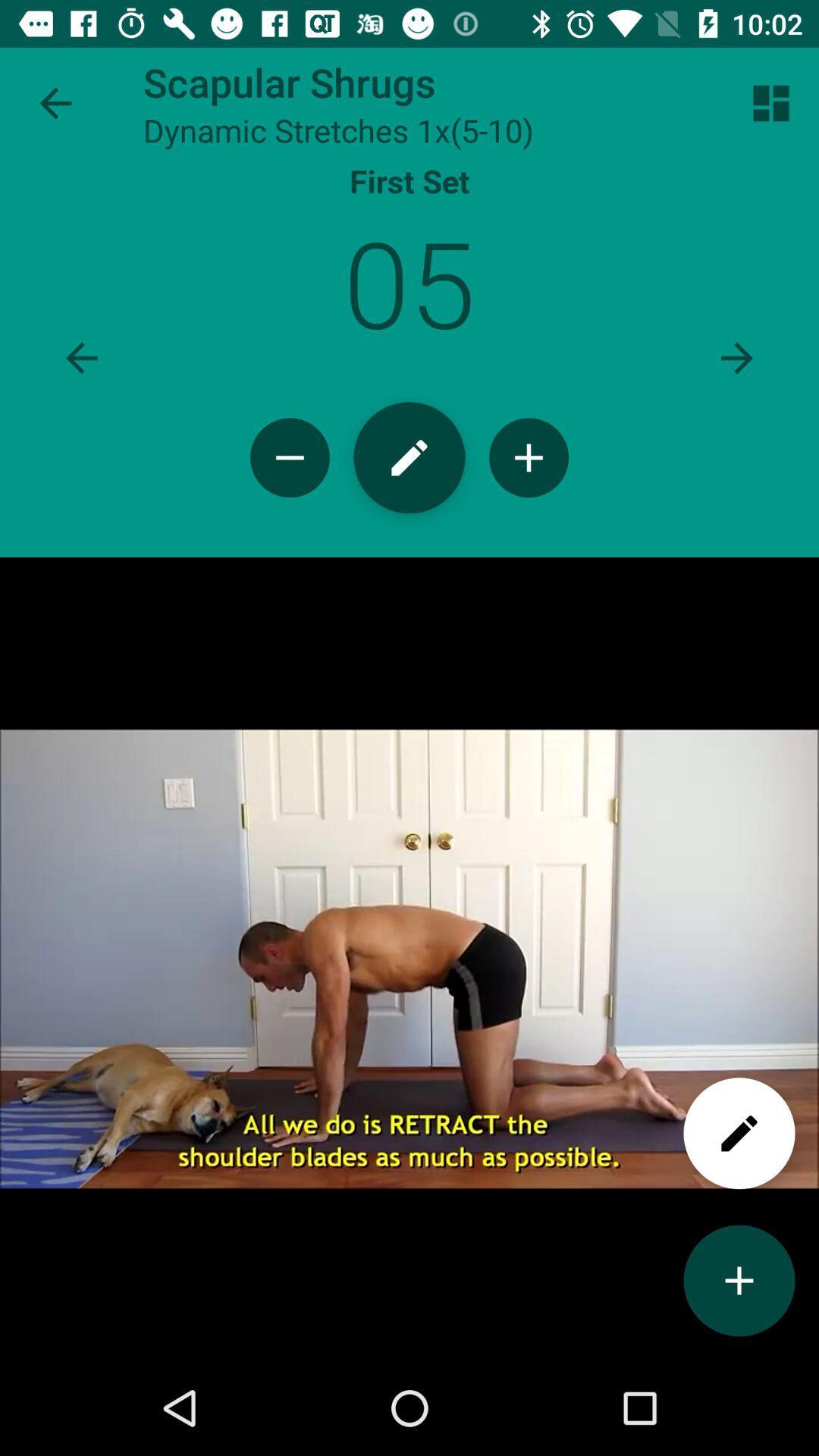 This screenshot has height=1456, width=819. I want to click on add option, so click(739, 1280).